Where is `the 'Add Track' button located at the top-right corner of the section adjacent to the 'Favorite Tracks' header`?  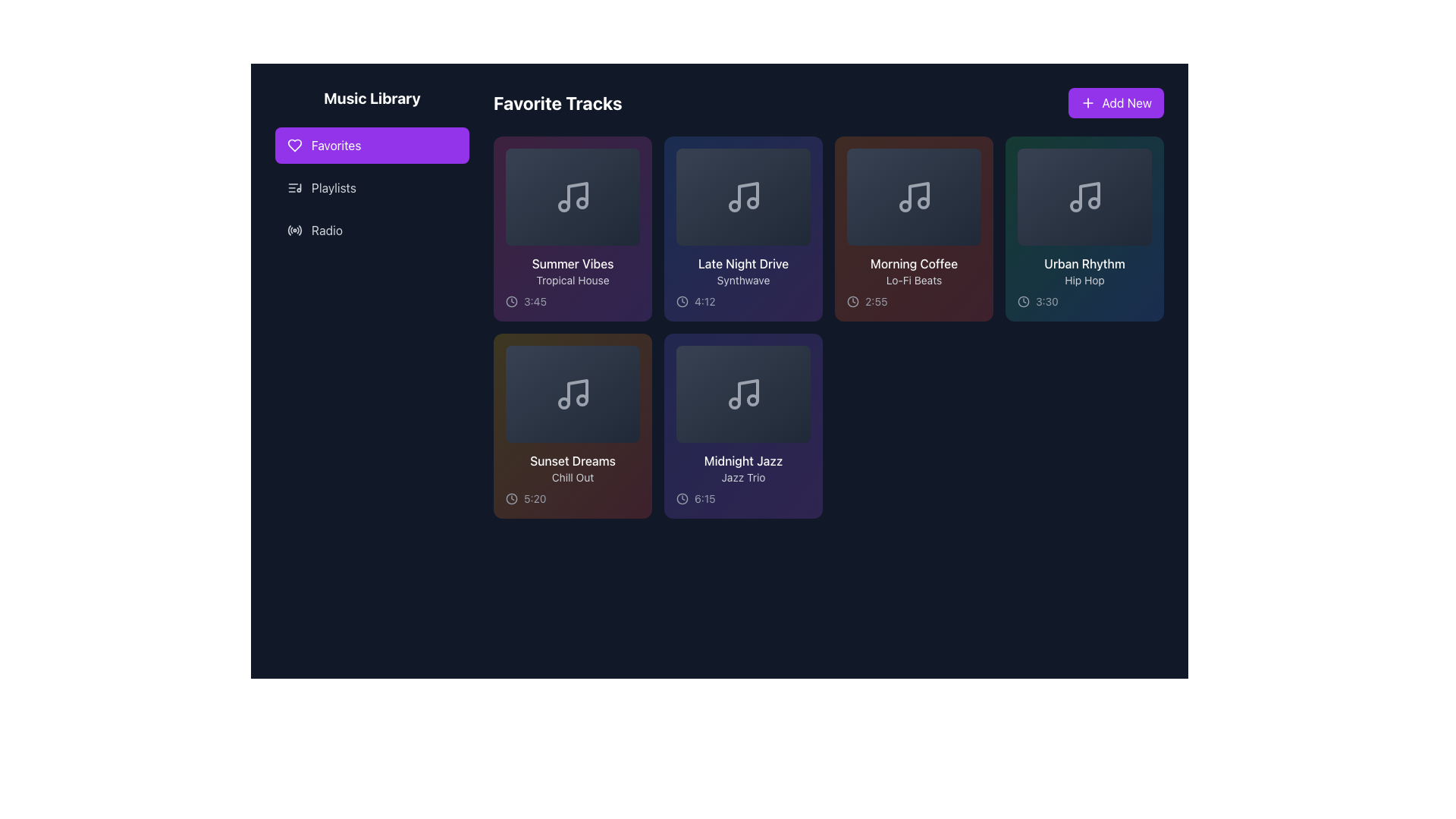 the 'Add Track' button located at the top-right corner of the section adjacent to the 'Favorite Tracks' header is located at coordinates (1116, 102).